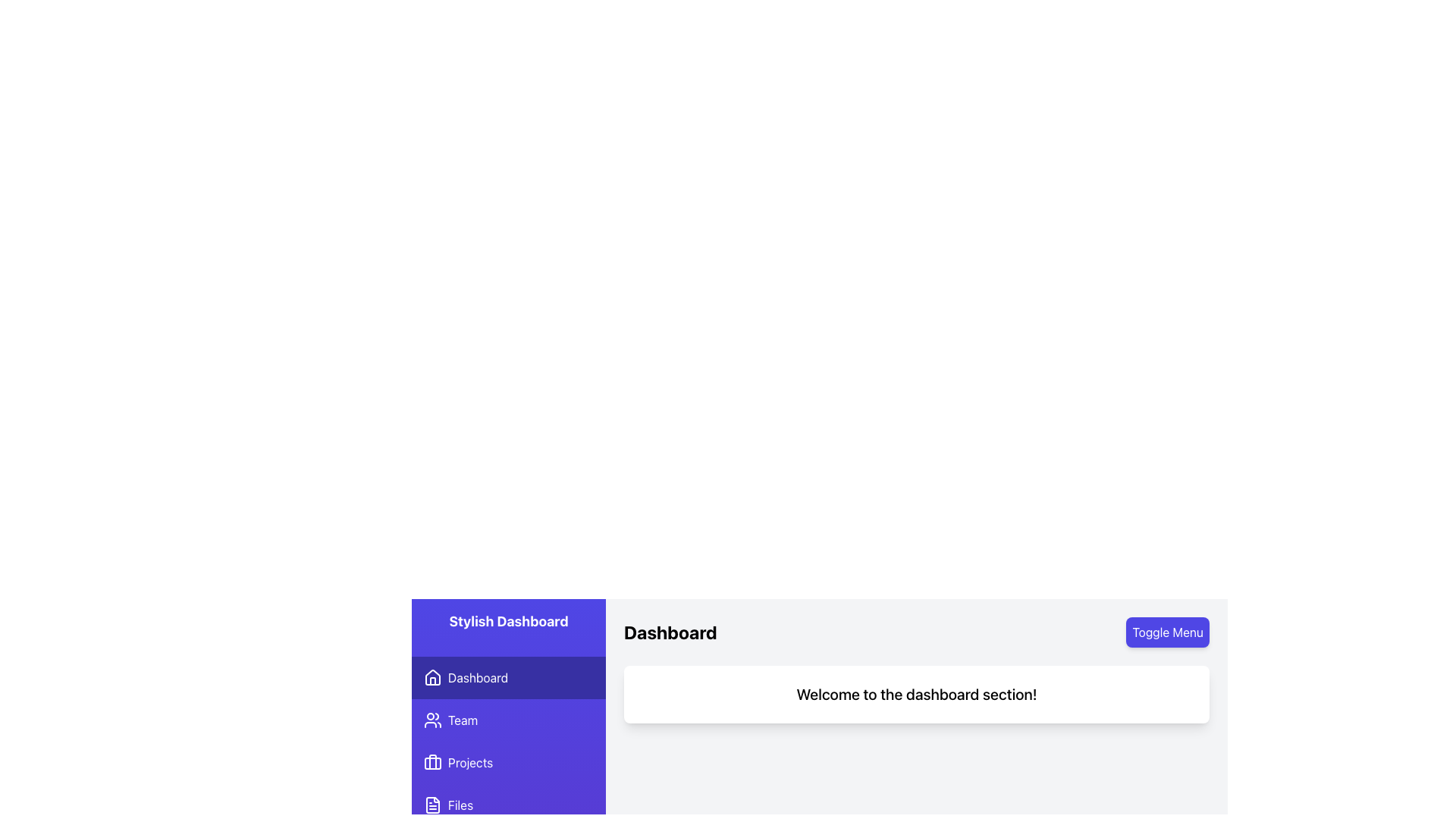  I want to click on the 'Projects' icon in the navigation menu, so click(432, 763).